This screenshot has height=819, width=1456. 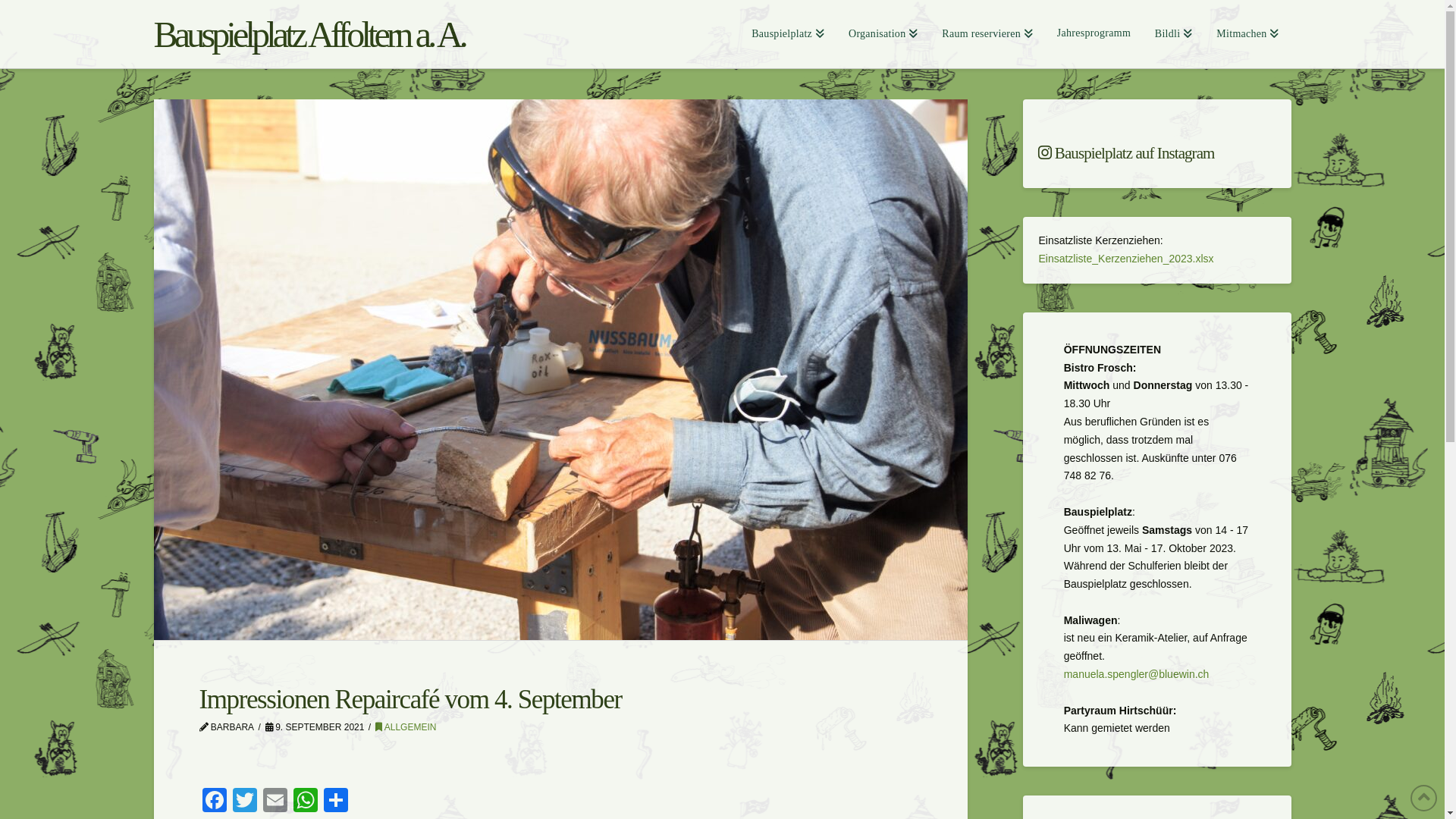 I want to click on 'Bauspielplatz auf Instagram', so click(x=1156, y=153).